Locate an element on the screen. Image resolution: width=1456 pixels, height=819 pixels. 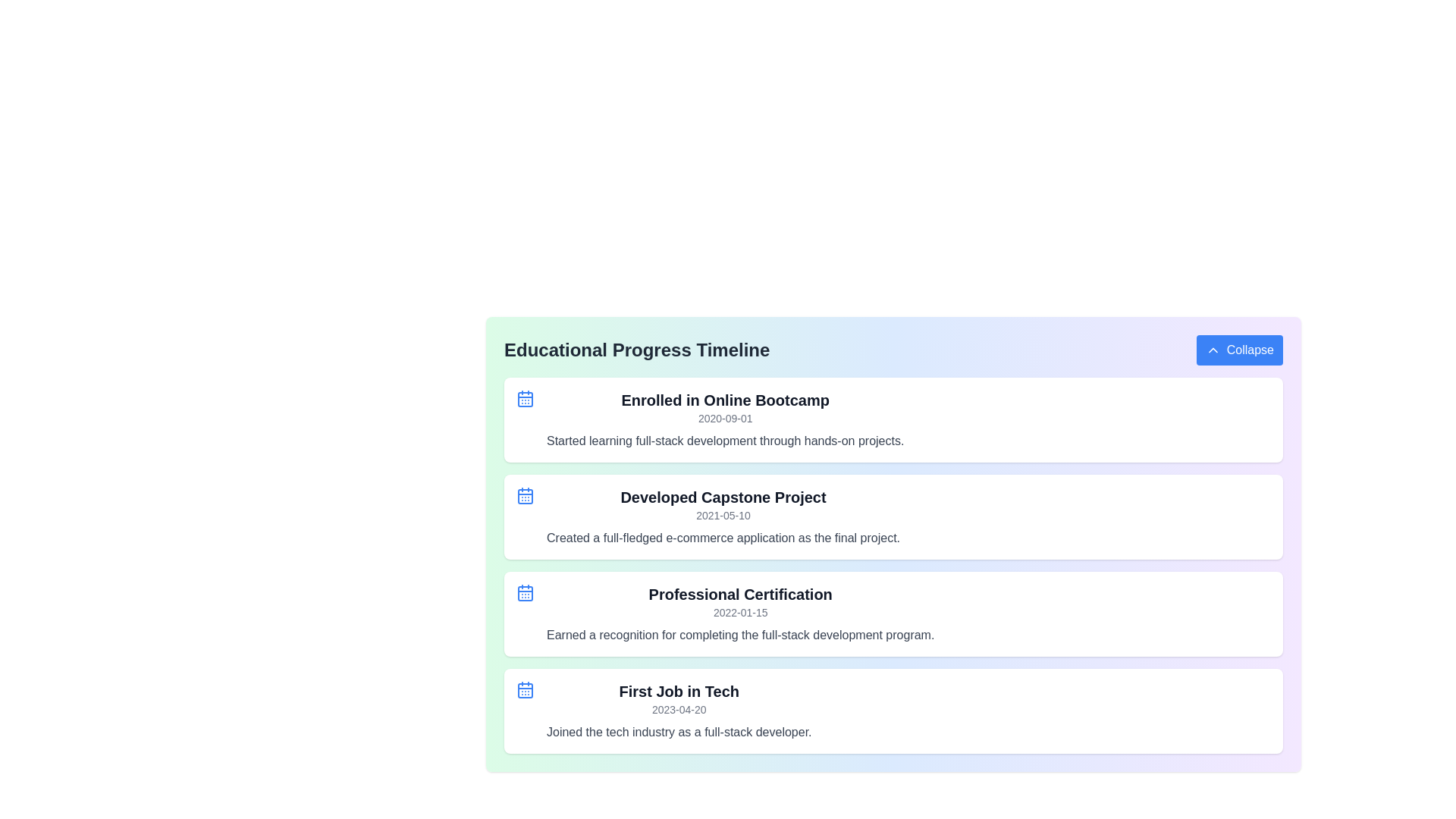
title 'Developed Capstone Project' from the second timeline entry in the list to understand the milestone is located at coordinates (723, 516).